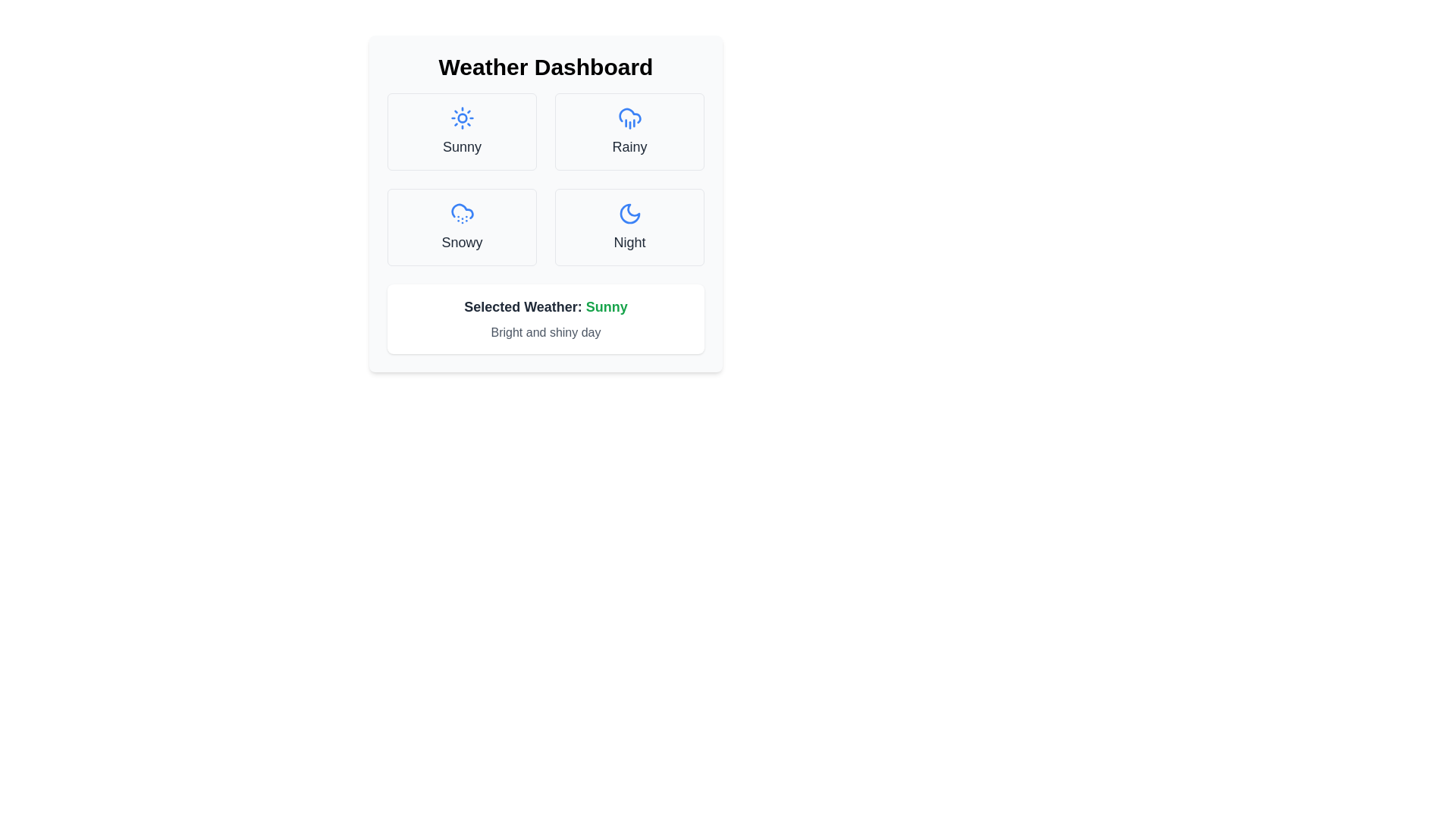 The image size is (1456, 819). What do you see at coordinates (461, 213) in the screenshot?
I see `the 'Snowy' weather option icon located in the second row, first column of the weather selection dashboard` at bounding box center [461, 213].